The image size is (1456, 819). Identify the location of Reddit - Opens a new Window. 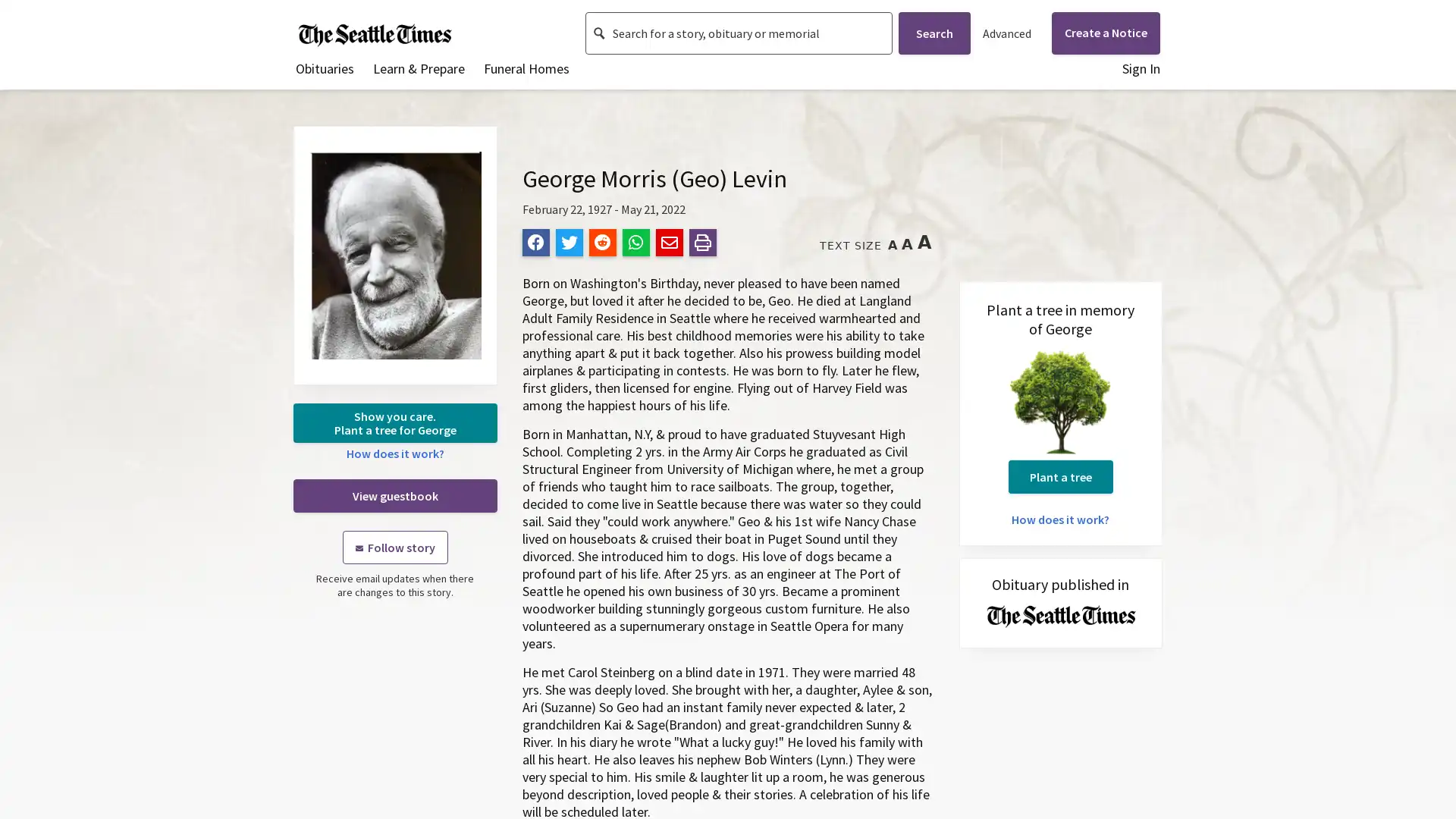
(601, 242).